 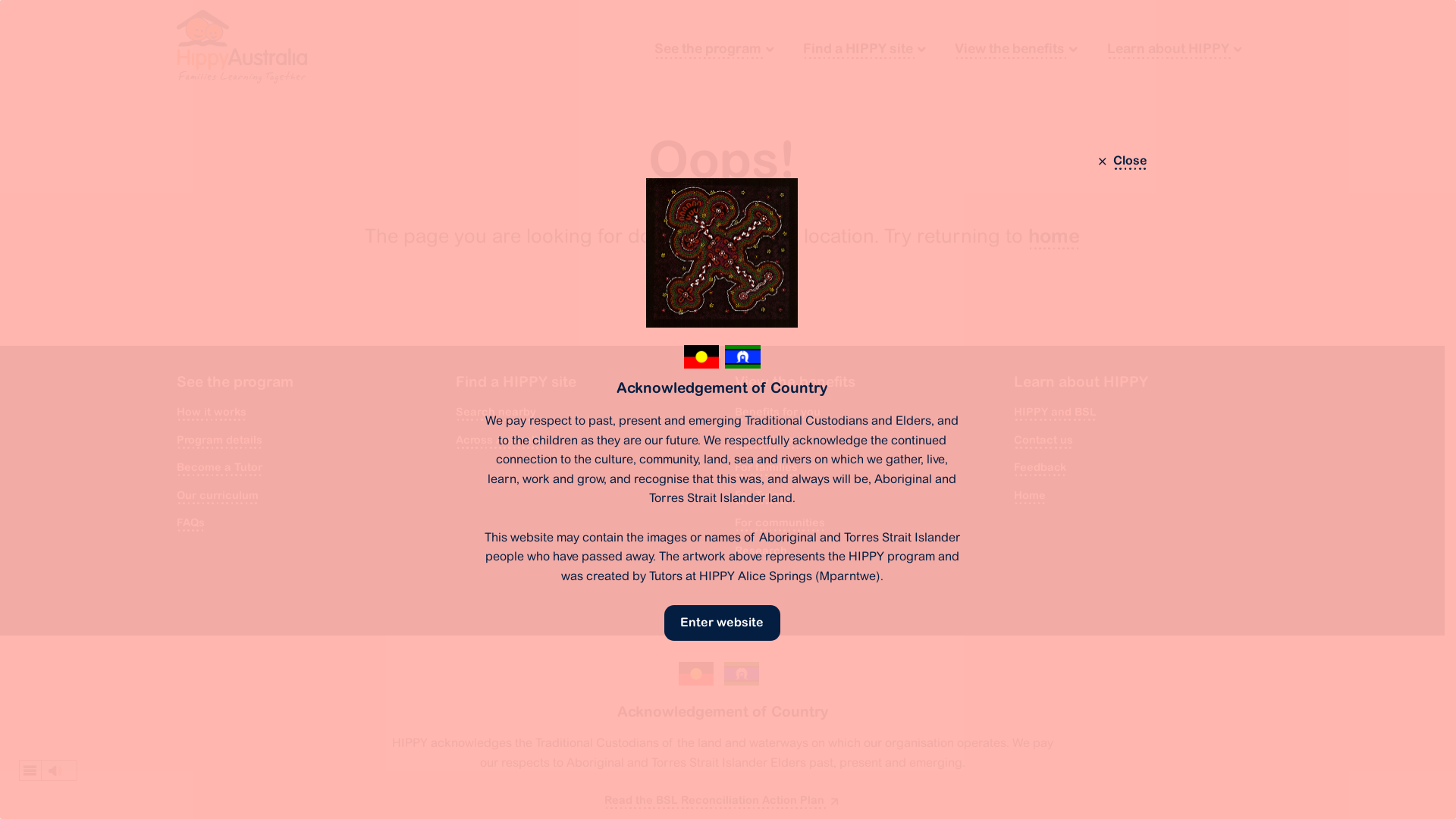 I want to click on 'Across Australia', so click(x=499, y=439).